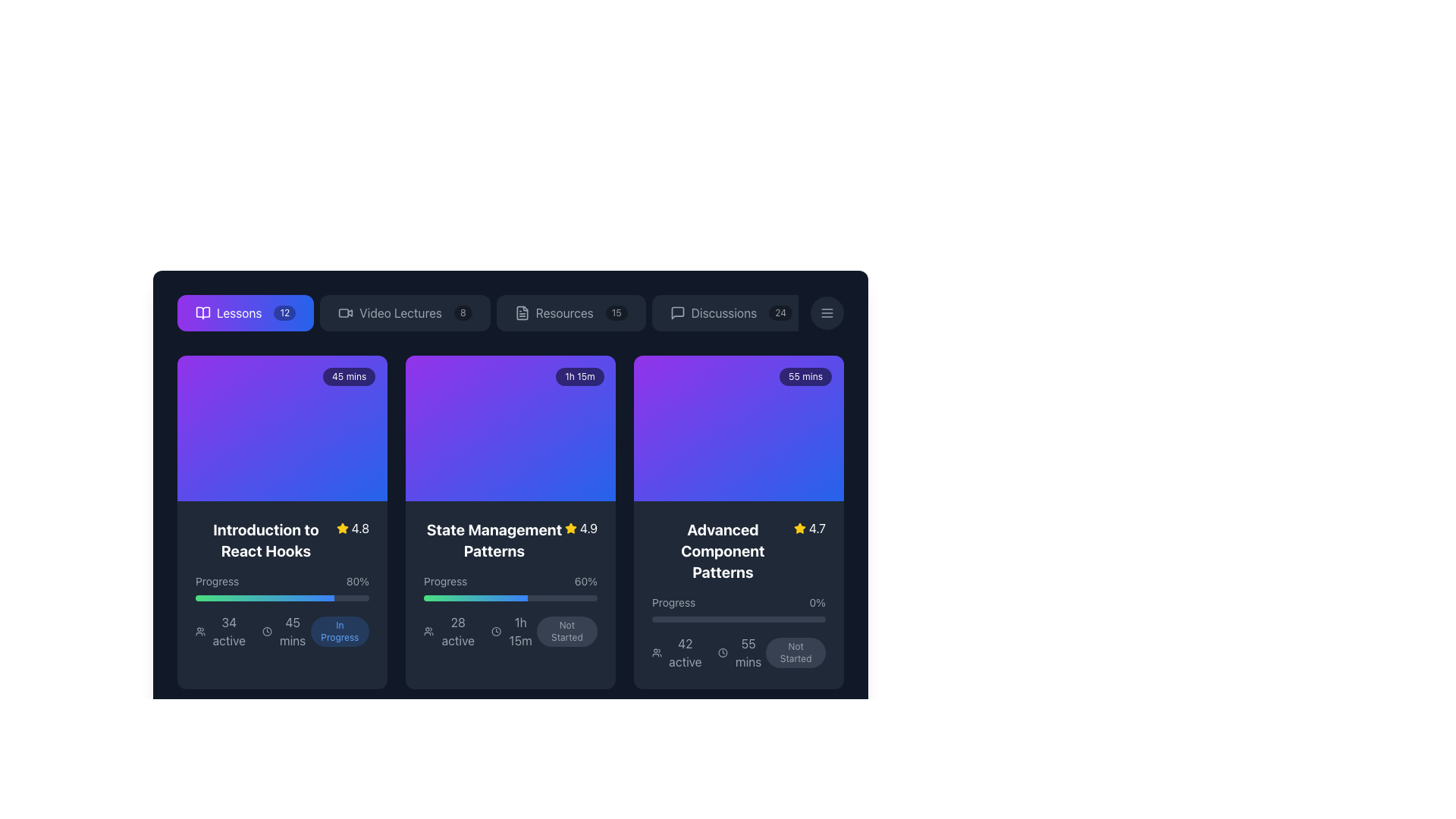 This screenshot has height=819, width=1456. Describe the element at coordinates (496, 632) in the screenshot. I see `the circular outline element of the clock icon that is situated next to the text '1h 15m' for the 'State Management Patterns' module` at that location.